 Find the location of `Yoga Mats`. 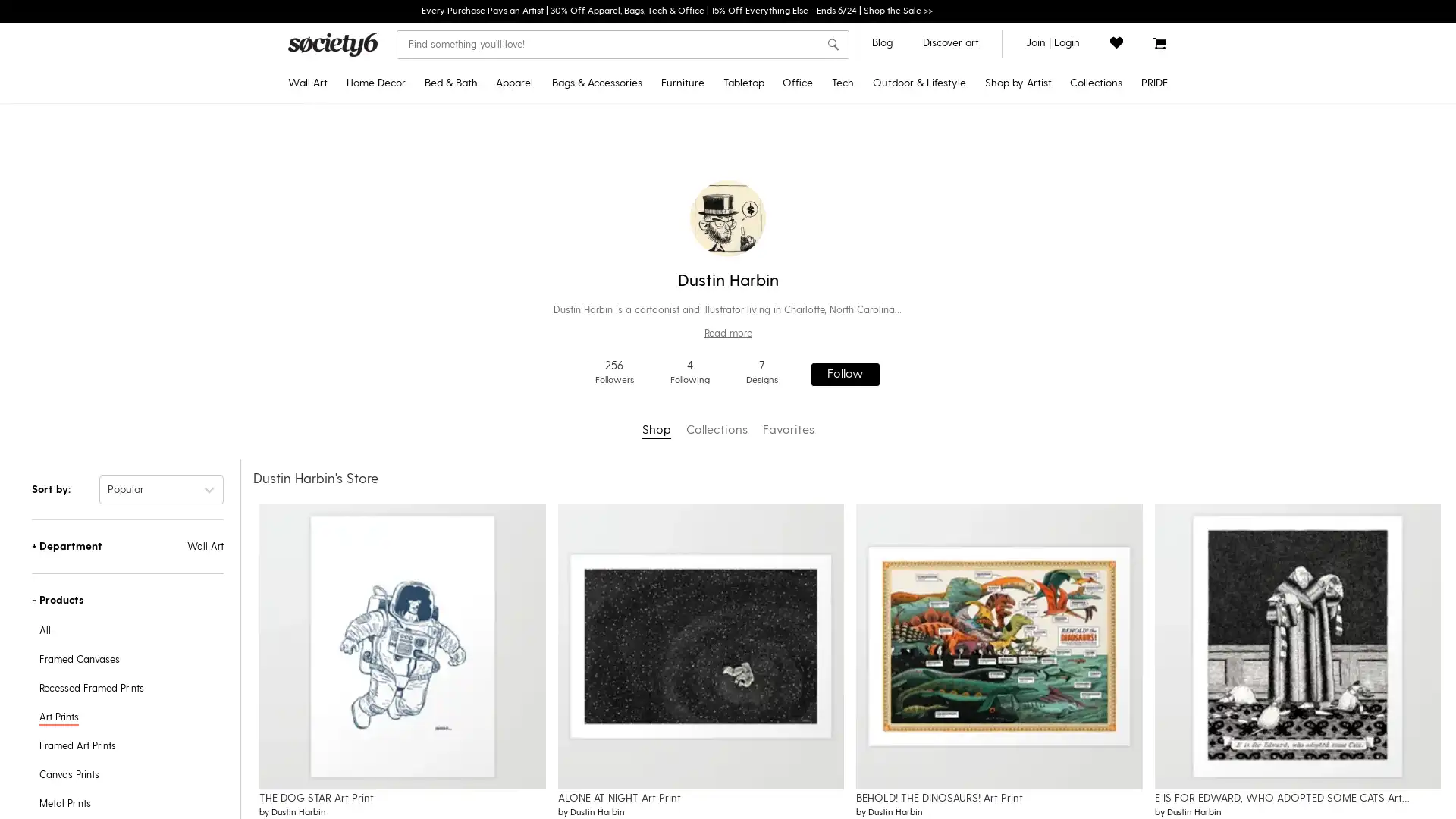

Yoga Mats is located at coordinates (939, 146).